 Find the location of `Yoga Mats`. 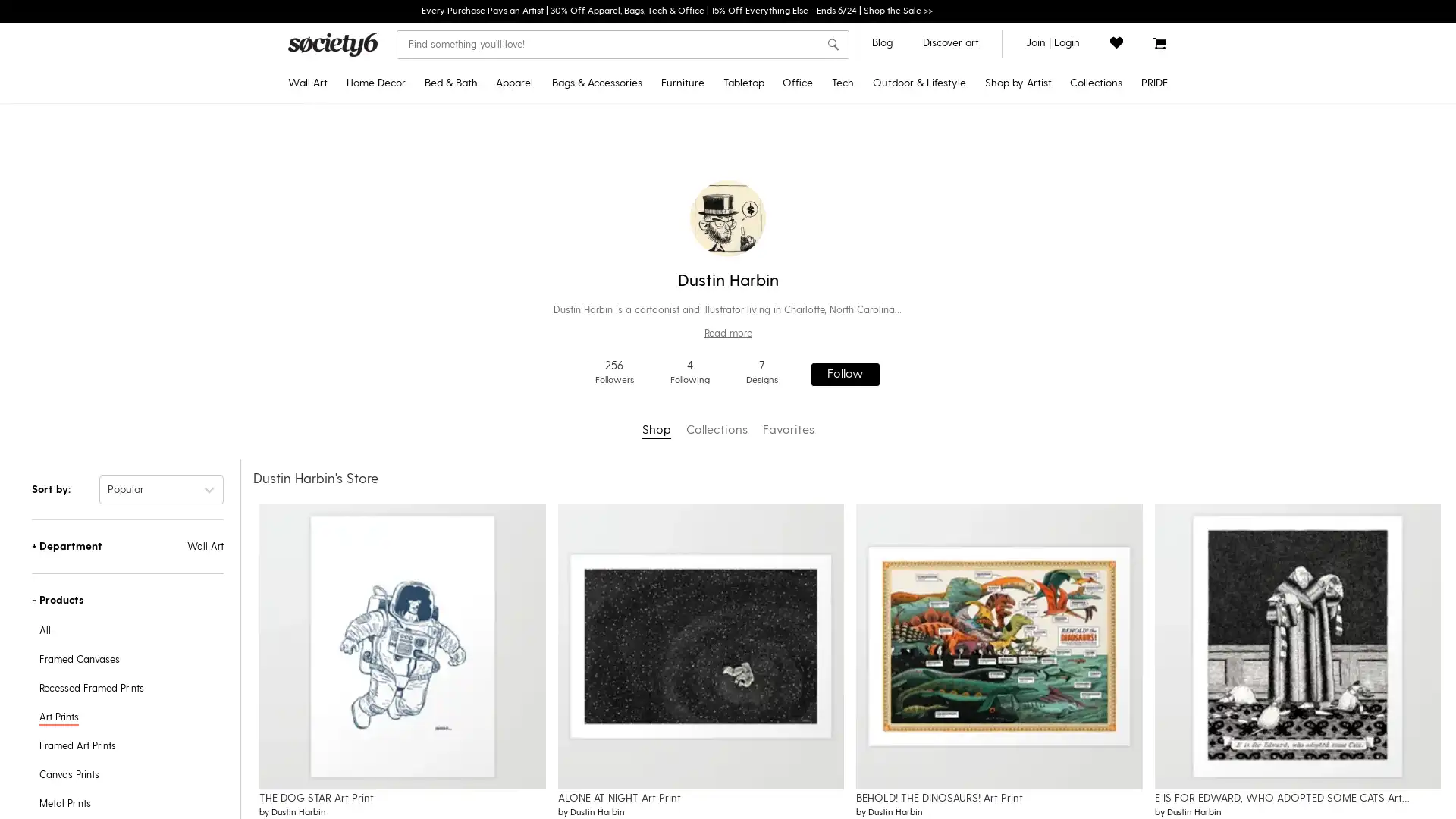

Yoga Mats is located at coordinates (939, 146).